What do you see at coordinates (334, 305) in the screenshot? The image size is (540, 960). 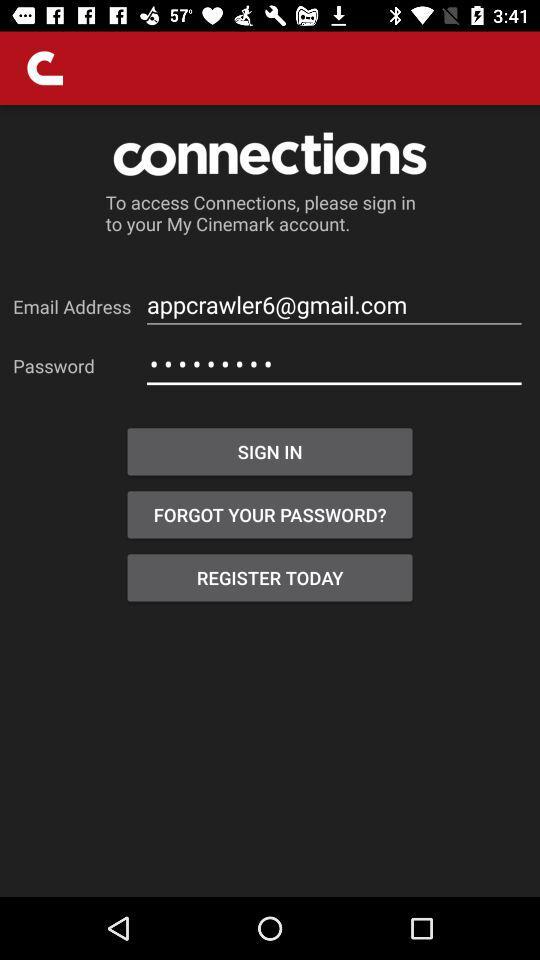 I see `icon above the crowd3116` at bounding box center [334, 305].